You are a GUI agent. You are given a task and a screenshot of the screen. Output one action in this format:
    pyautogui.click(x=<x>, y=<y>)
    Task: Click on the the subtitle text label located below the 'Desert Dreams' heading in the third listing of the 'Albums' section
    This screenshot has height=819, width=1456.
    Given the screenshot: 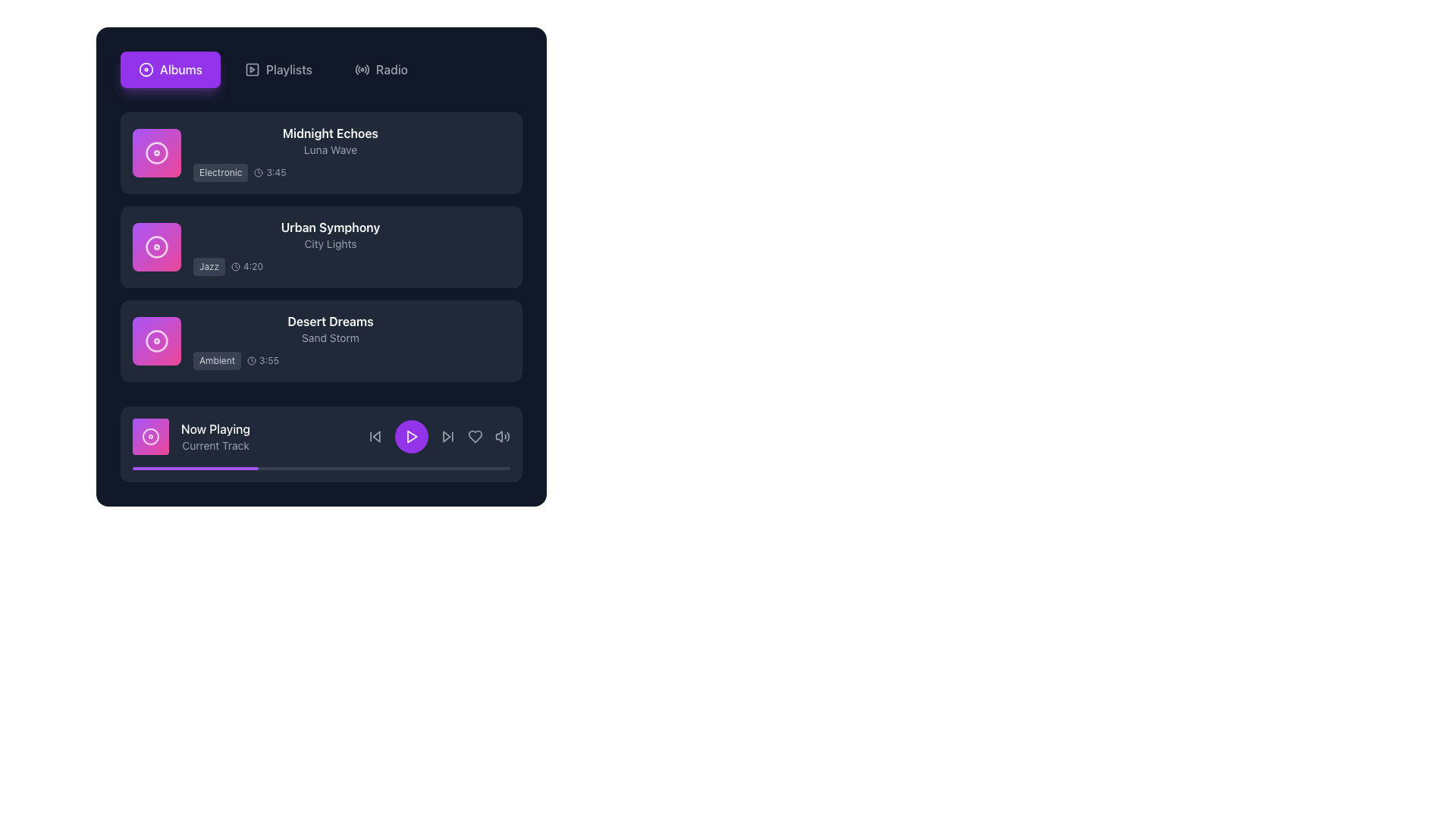 What is the action you would take?
    pyautogui.click(x=330, y=337)
    